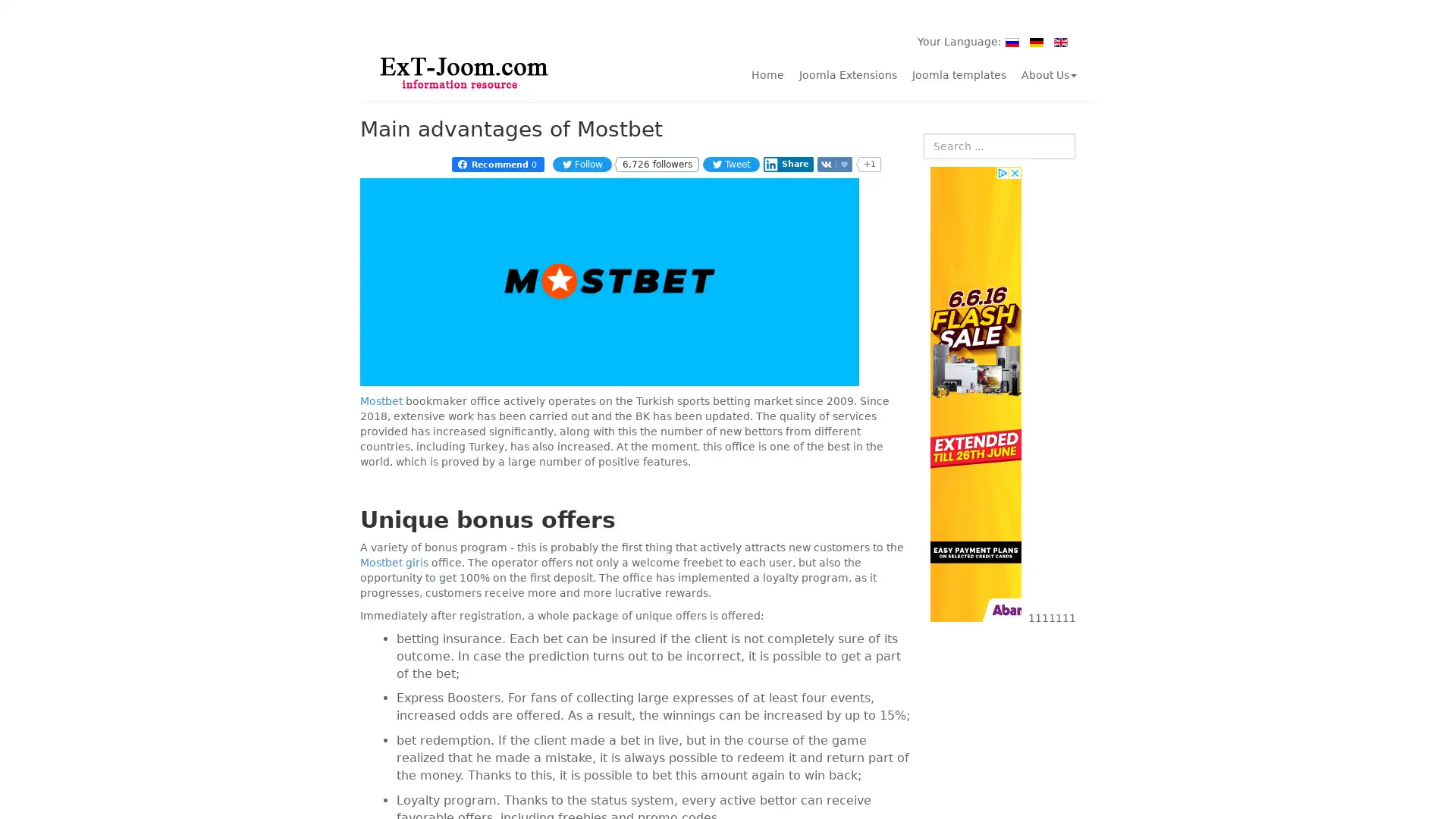  Describe the element at coordinates (788, 164) in the screenshot. I see `Share` at that location.